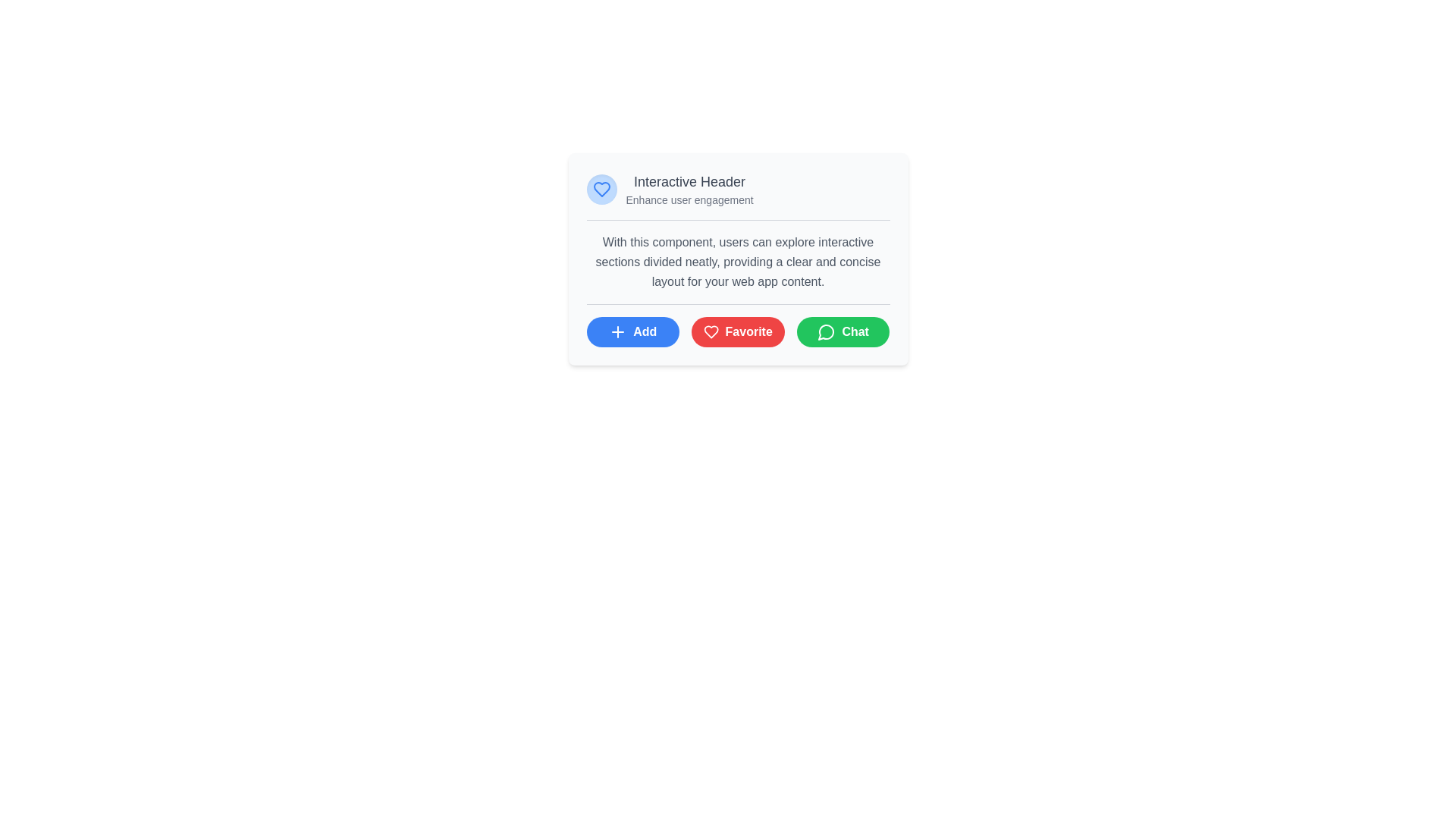 This screenshot has width=1456, height=819. Describe the element at coordinates (689, 199) in the screenshot. I see `static text located directly below the 'Interactive Header' title, which provides supplementary information or context related to it` at that location.